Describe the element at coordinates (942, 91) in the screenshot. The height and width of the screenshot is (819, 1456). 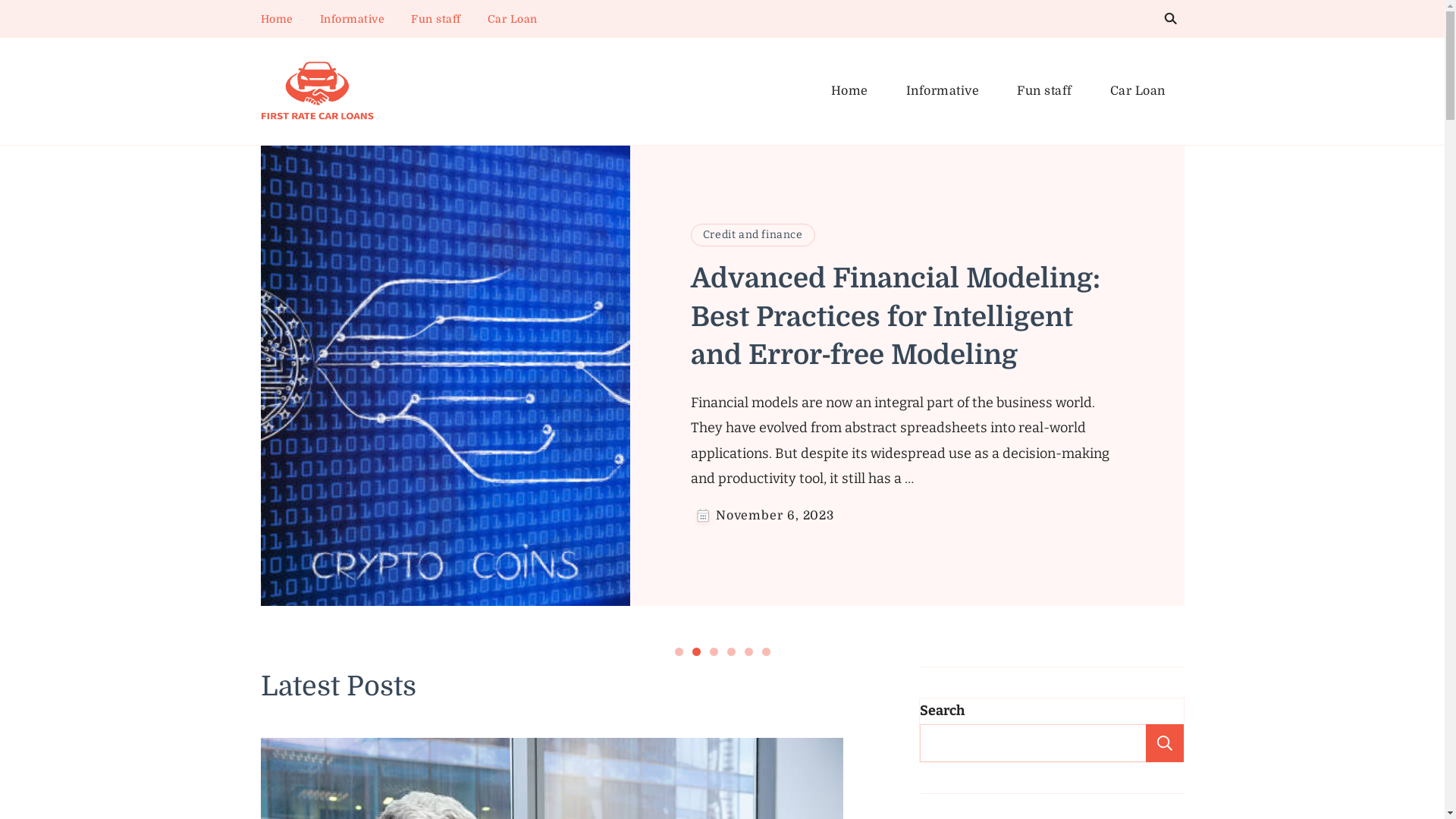
I see `'Informative'` at that location.